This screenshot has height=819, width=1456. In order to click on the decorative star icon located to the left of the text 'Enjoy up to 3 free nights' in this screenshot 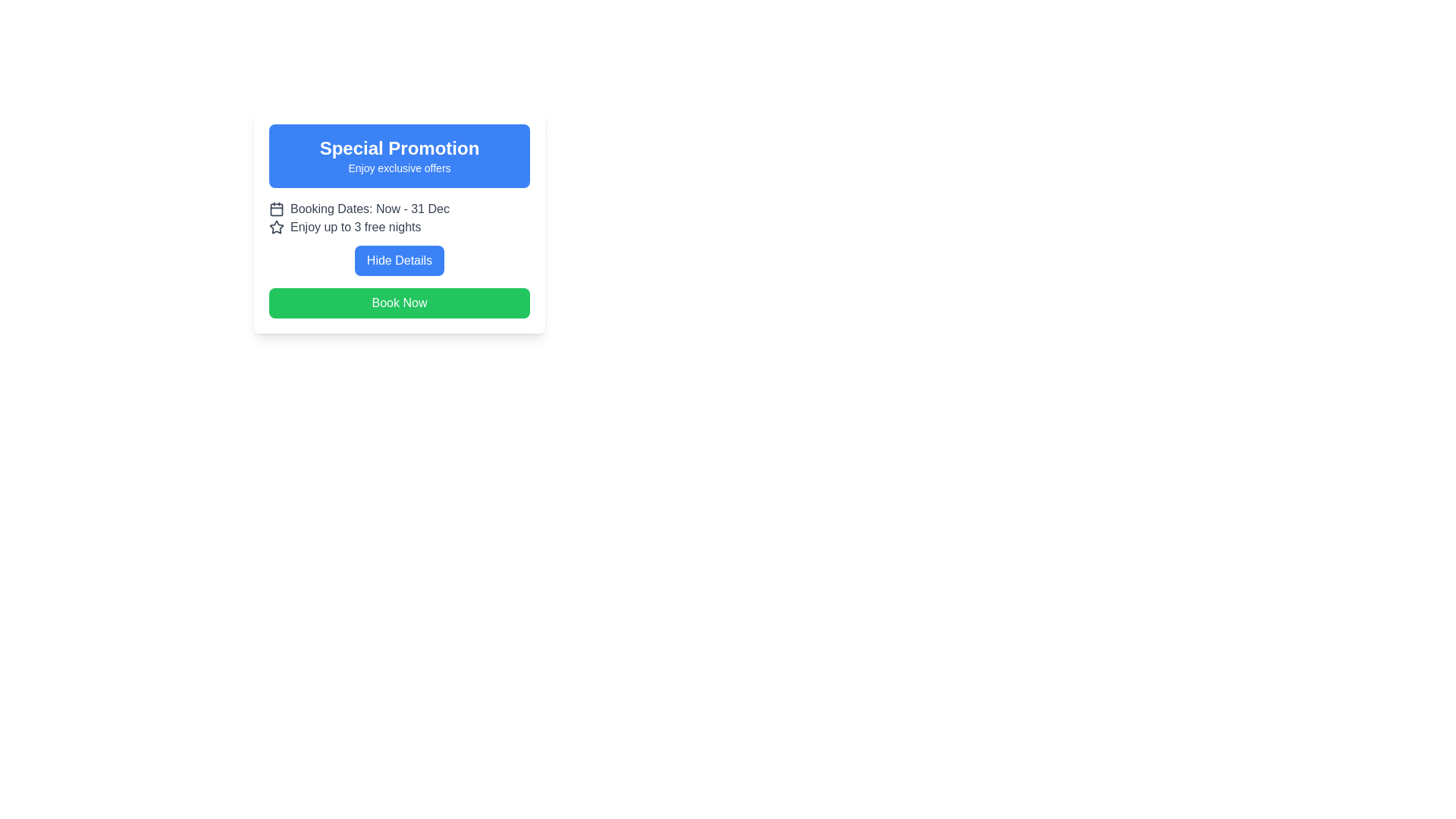, I will do `click(276, 227)`.